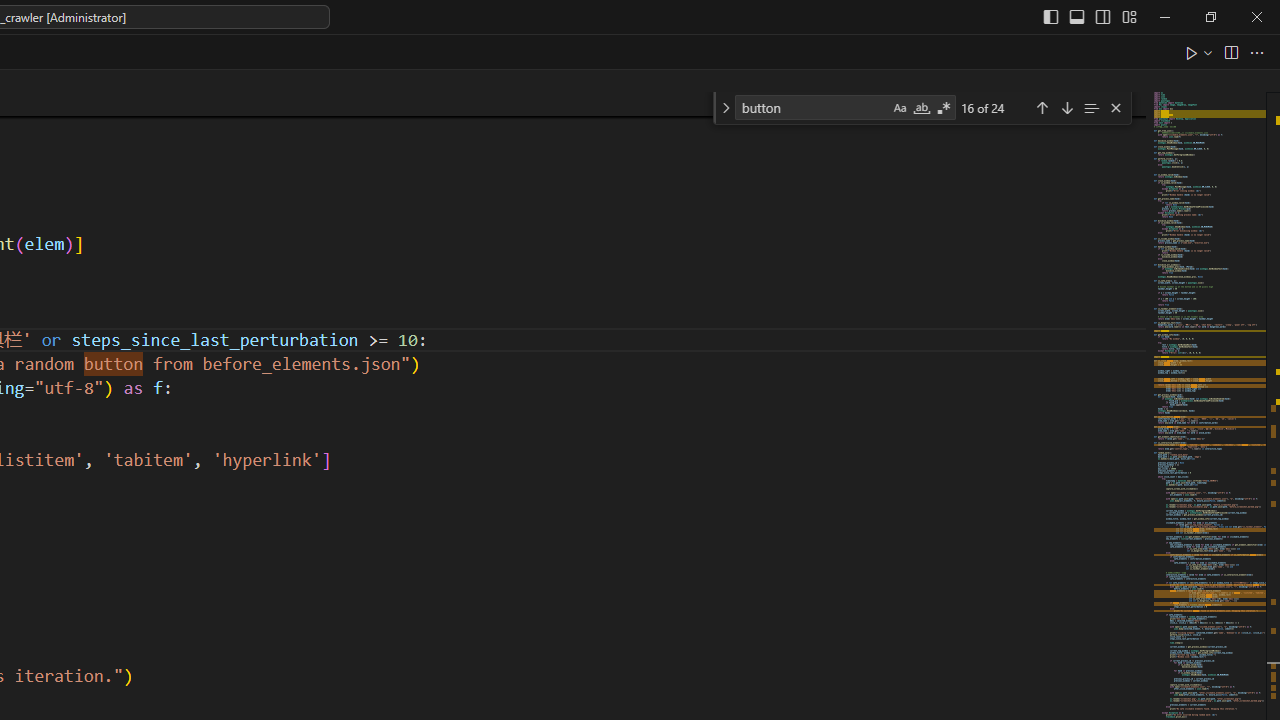 The image size is (1280, 720). Describe the element at coordinates (943, 108) in the screenshot. I see `'Use Regular Expression (Alt+R)'` at that location.